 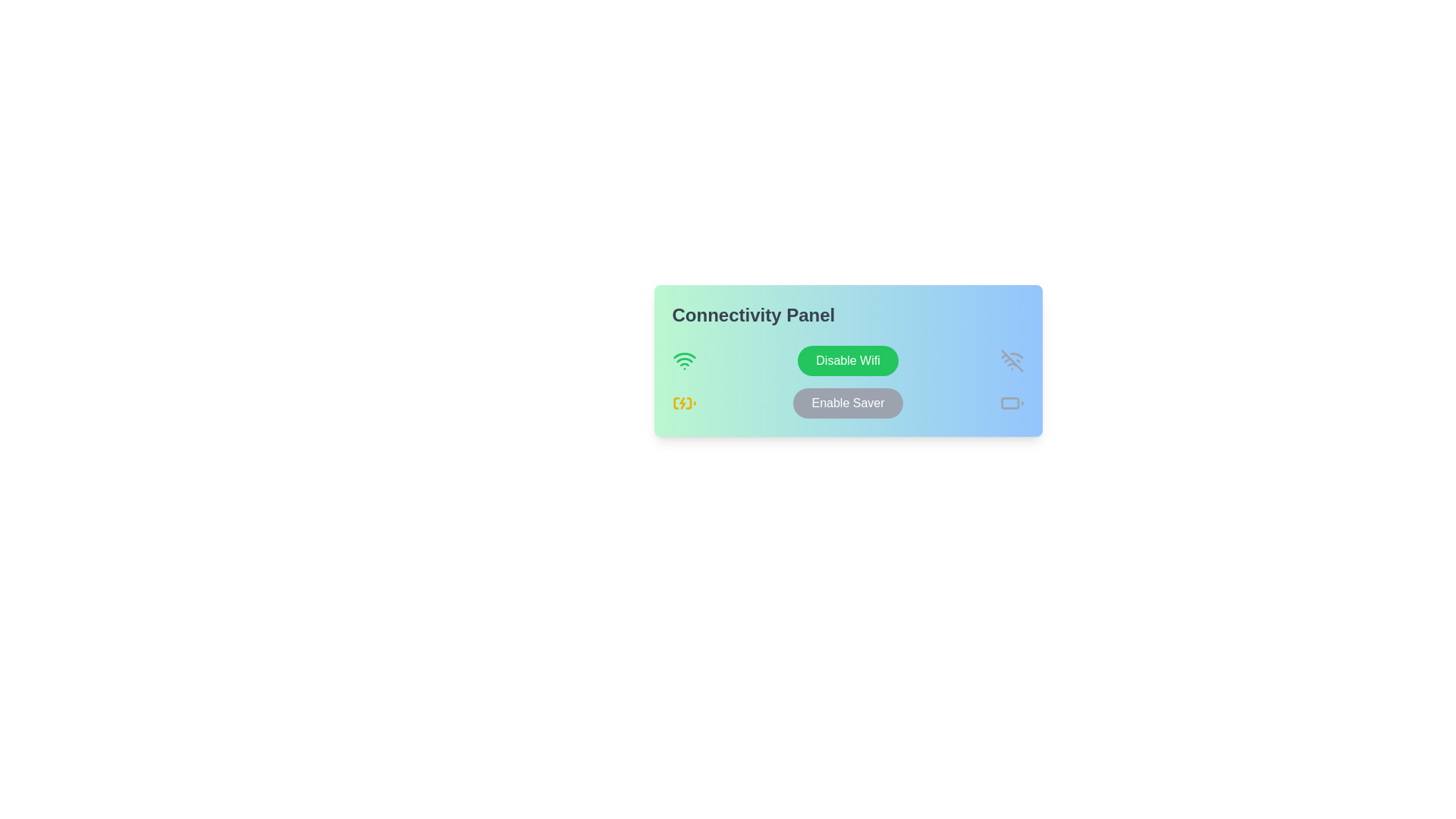 I want to click on the rounded rectangular button with a green background and white text that reads 'Disable Wifi', so click(x=847, y=360).